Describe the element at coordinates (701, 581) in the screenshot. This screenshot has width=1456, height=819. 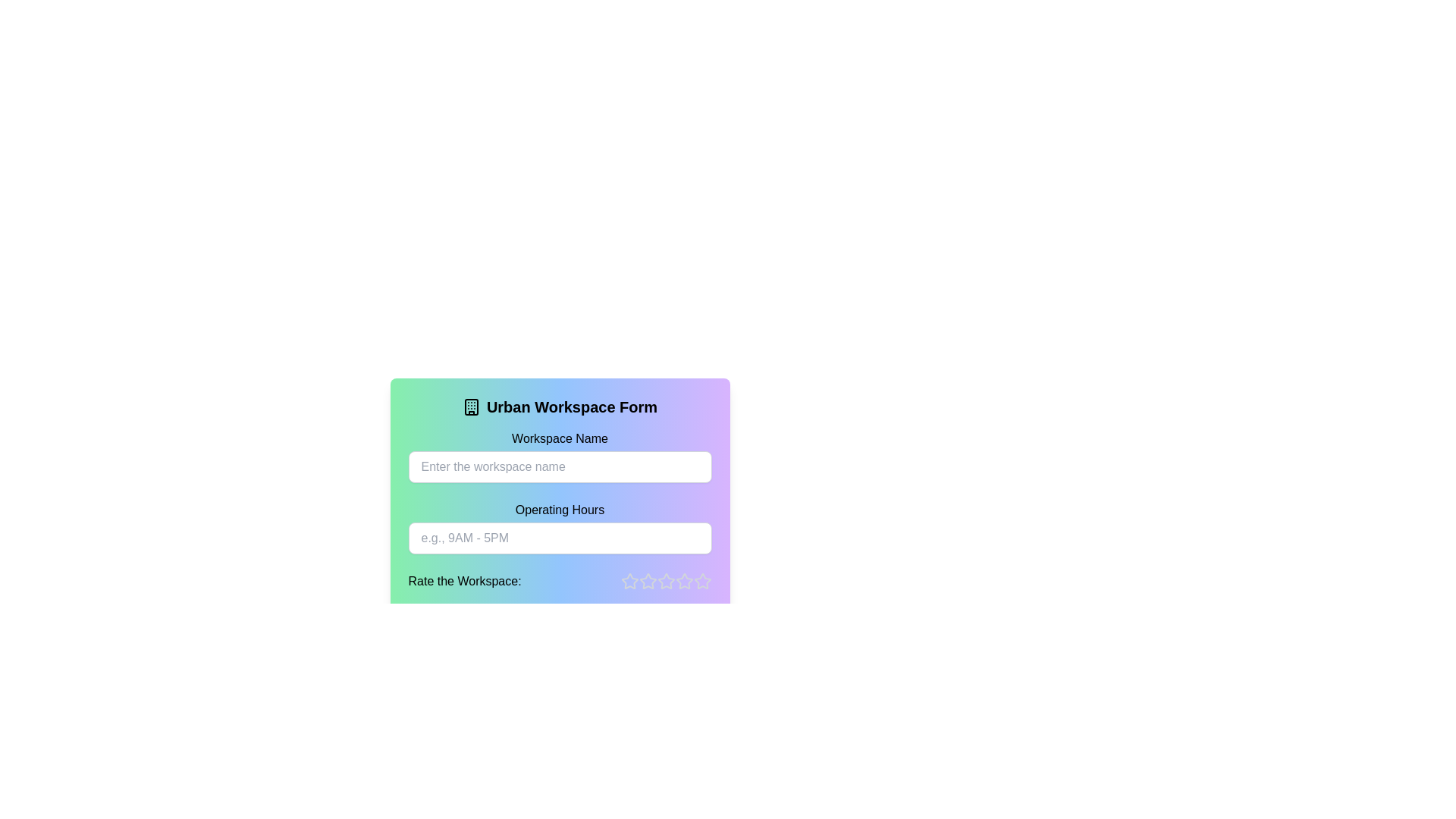
I see `to the fifth rating star icon in the 'Rate the Workspace' section` at that location.